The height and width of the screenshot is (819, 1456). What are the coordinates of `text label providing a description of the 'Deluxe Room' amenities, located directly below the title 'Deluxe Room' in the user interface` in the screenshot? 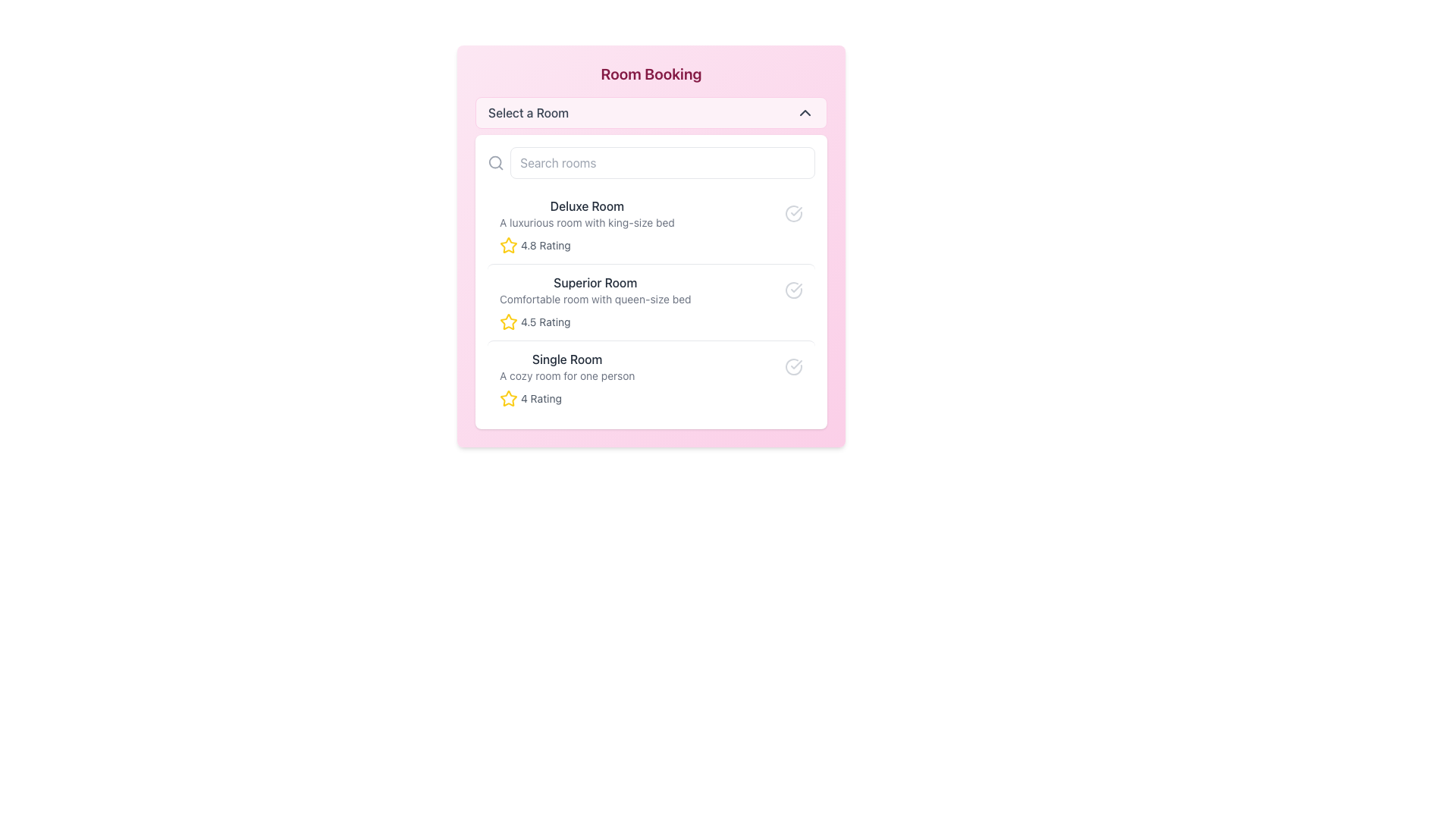 It's located at (586, 222).